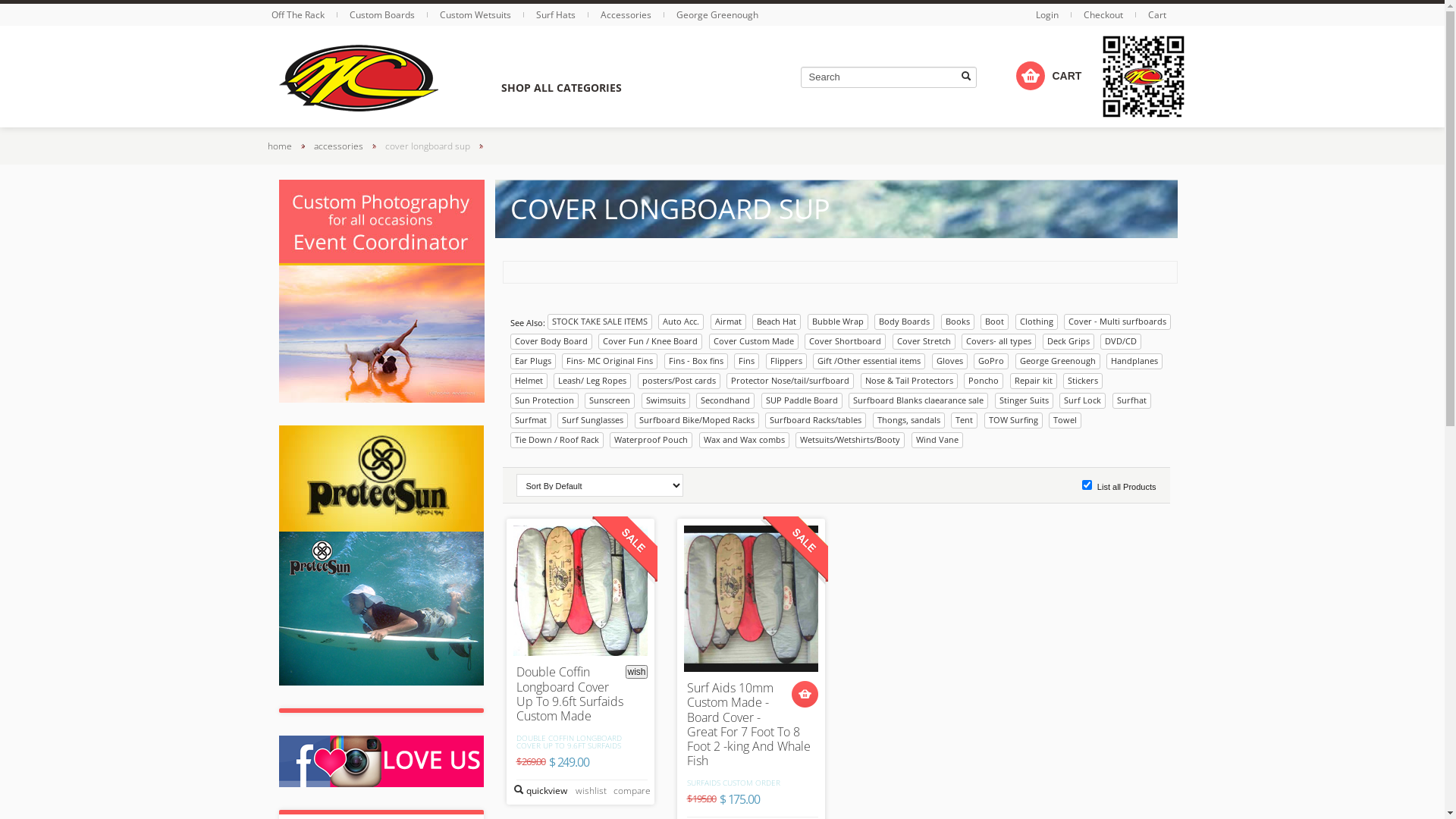 This screenshot has width=1456, height=819. I want to click on 'Surfboard Bike/Moped Racks', so click(695, 420).